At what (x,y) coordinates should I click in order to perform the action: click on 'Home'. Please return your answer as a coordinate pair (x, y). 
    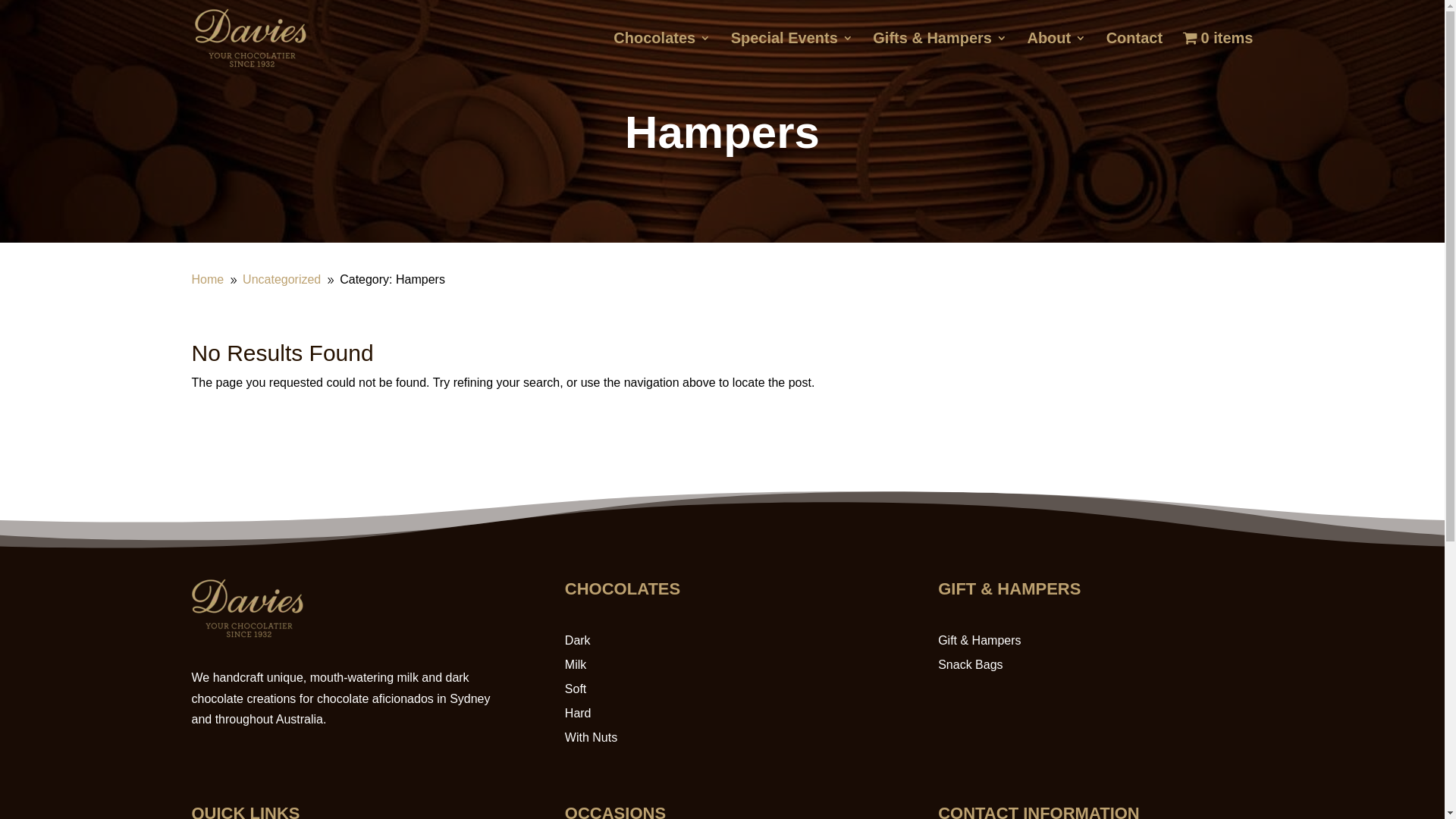
    Looking at the image, I should click on (206, 279).